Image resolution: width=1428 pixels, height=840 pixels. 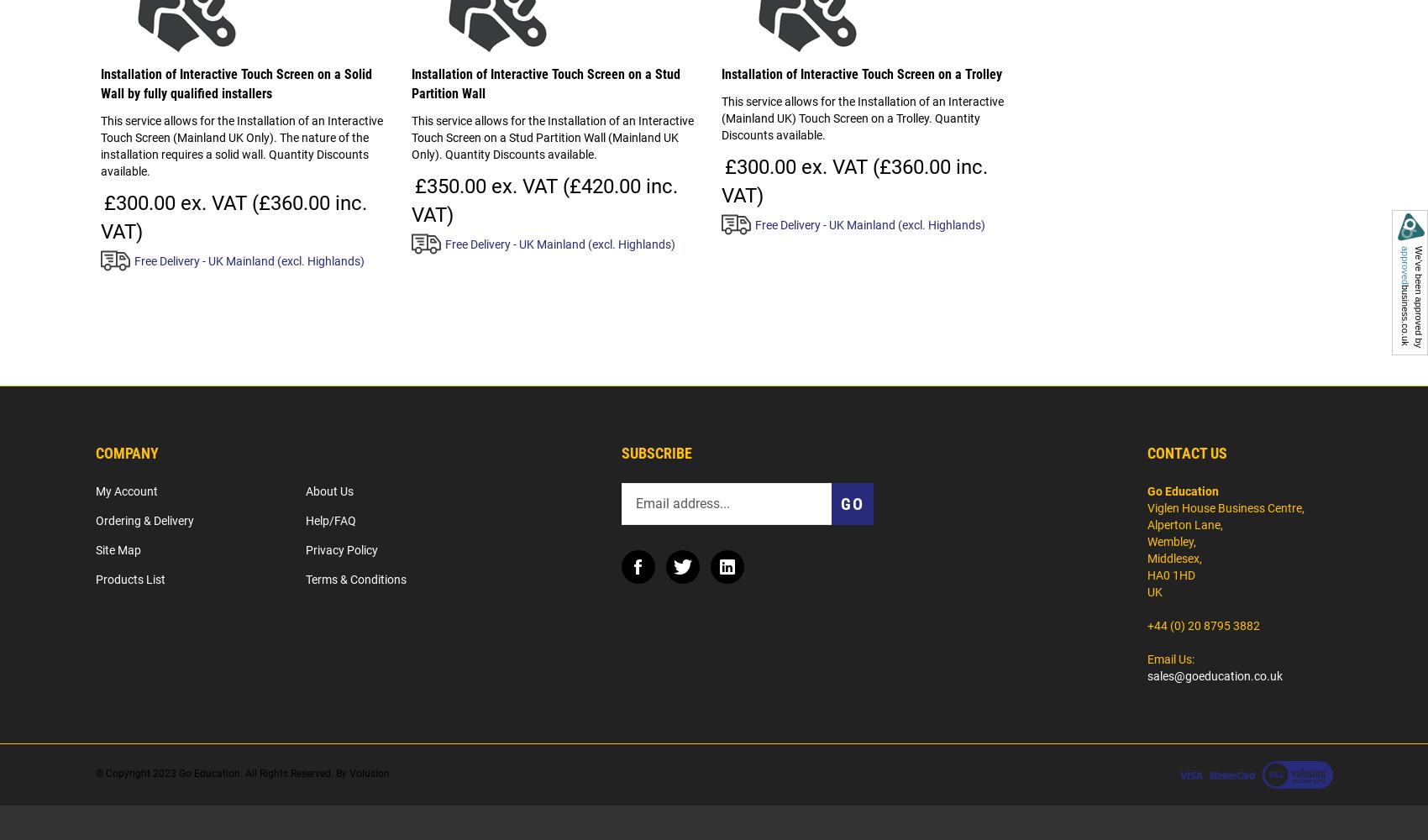 I want to click on 'About Us', so click(x=328, y=490).